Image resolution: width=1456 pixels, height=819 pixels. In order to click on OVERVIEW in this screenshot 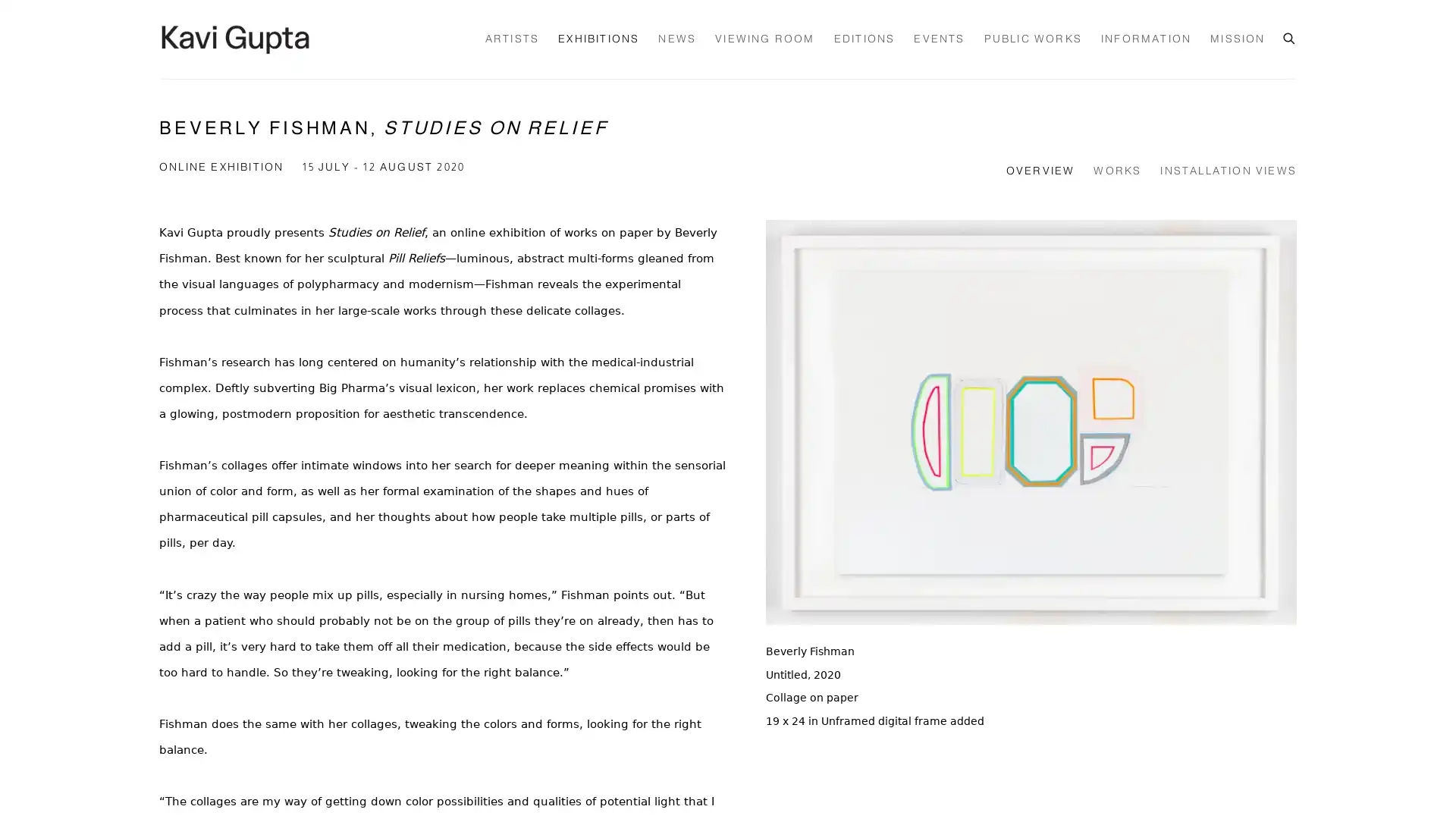, I will do `click(1039, 171)`.